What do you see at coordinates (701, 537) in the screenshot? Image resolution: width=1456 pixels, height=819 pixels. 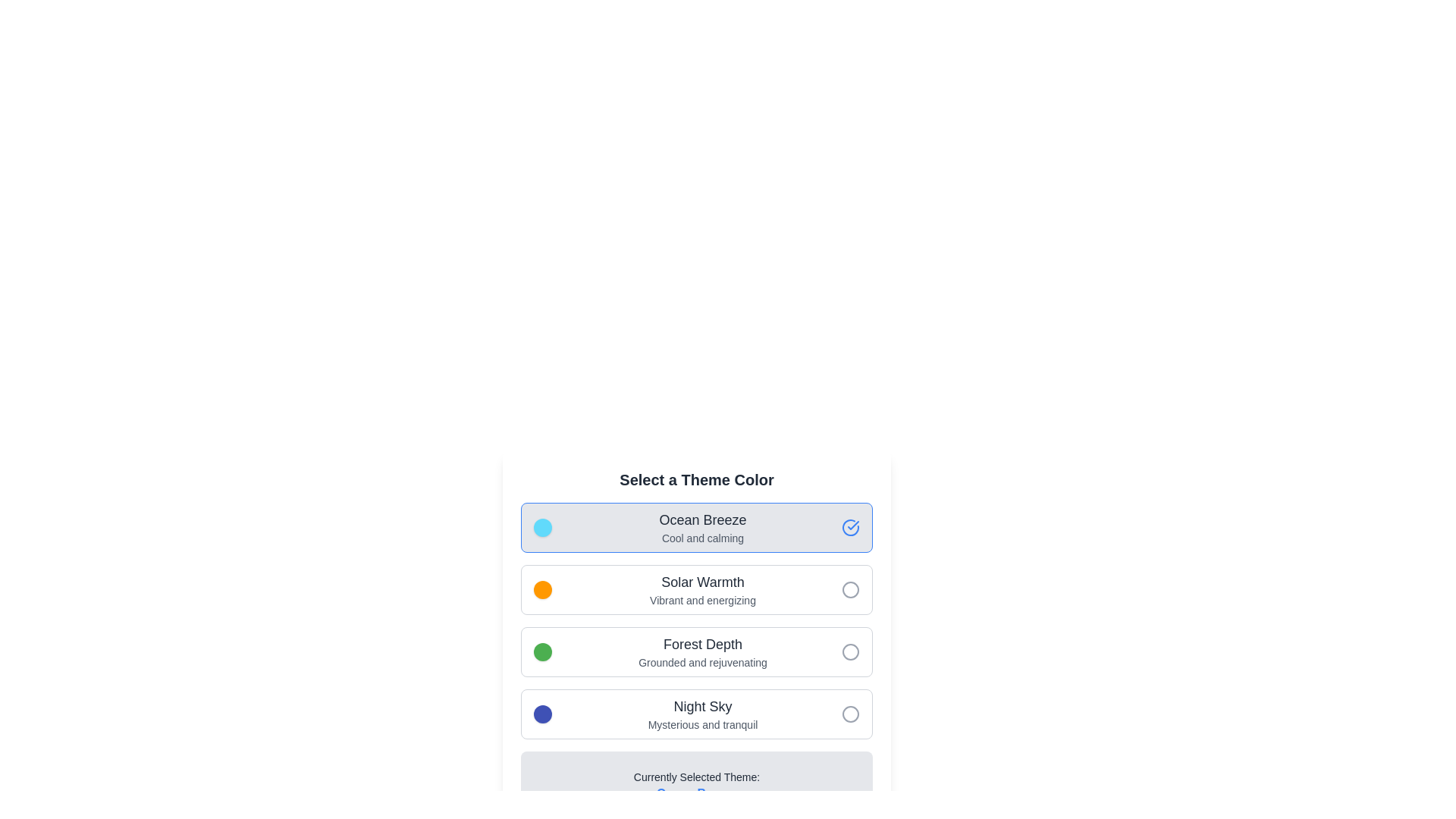 I see `the text label that reads 'Cool and calming', which is displayed in a smaller, lighter font underneath the bold title 'Ocean Breeze' and is part of the blue-highlighted section labeled 'Ocean Breeze'` at bounding box center [701, 537].